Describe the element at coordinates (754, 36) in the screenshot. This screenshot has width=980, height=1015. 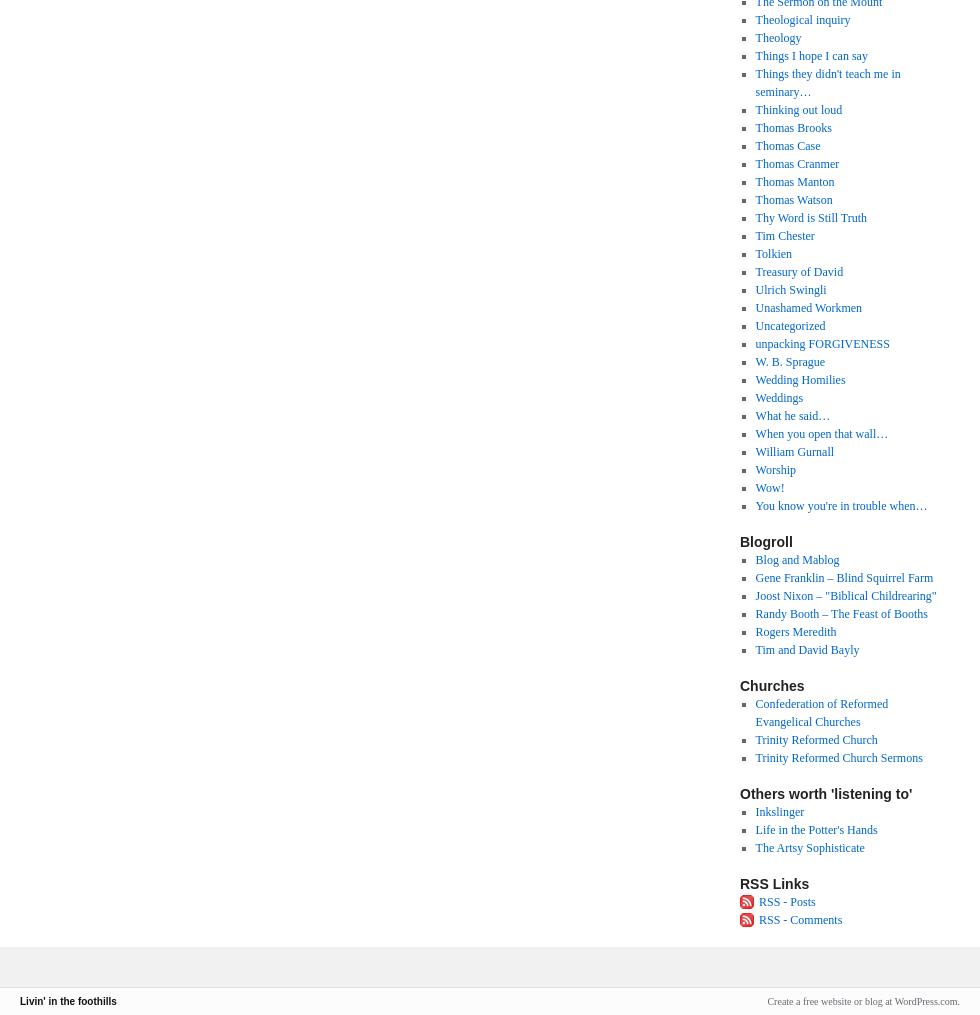
I see `'Theology'` at that location.